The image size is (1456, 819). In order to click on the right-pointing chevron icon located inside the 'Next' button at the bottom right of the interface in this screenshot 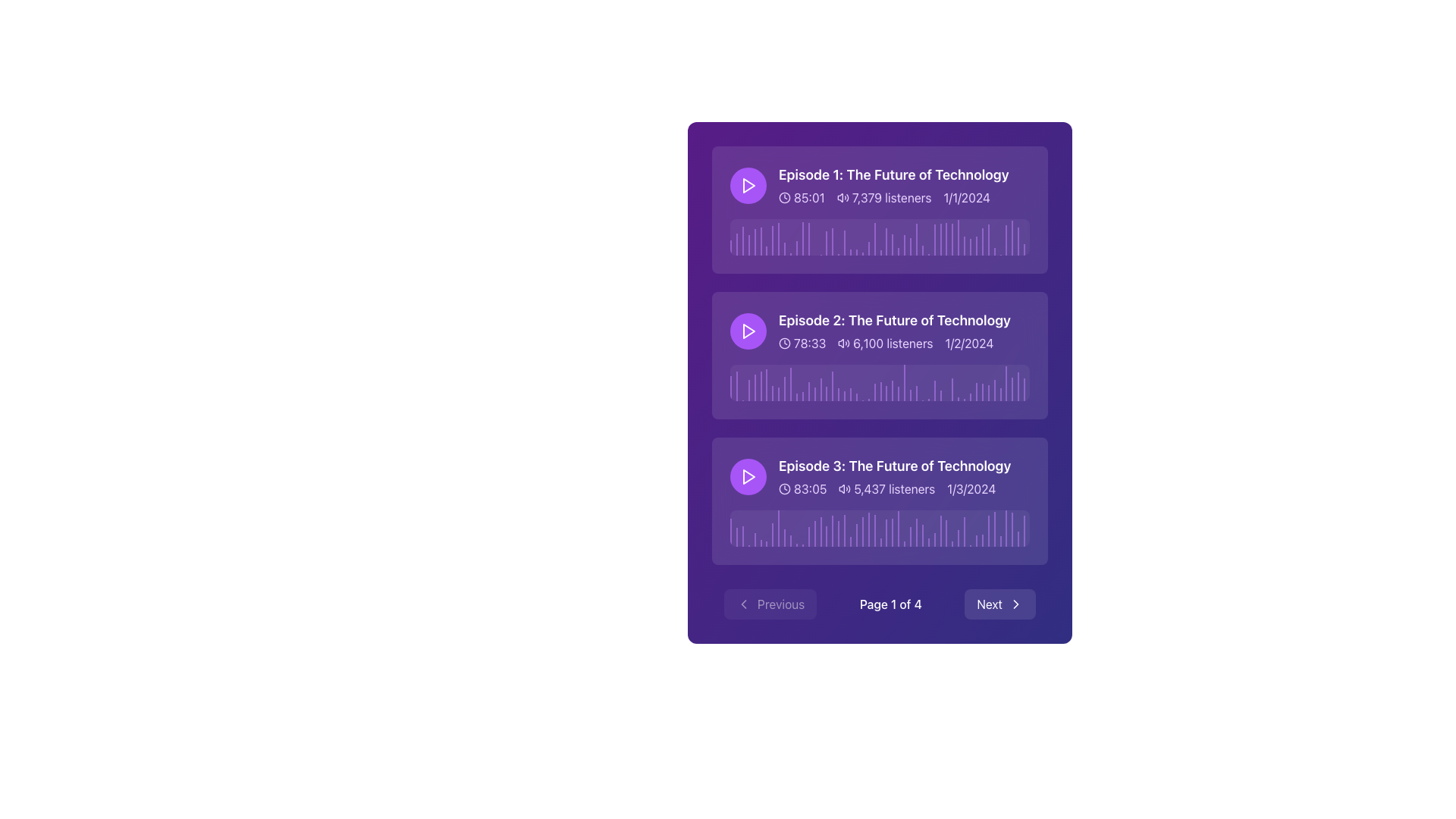, I will do `click(1015, 604)`.